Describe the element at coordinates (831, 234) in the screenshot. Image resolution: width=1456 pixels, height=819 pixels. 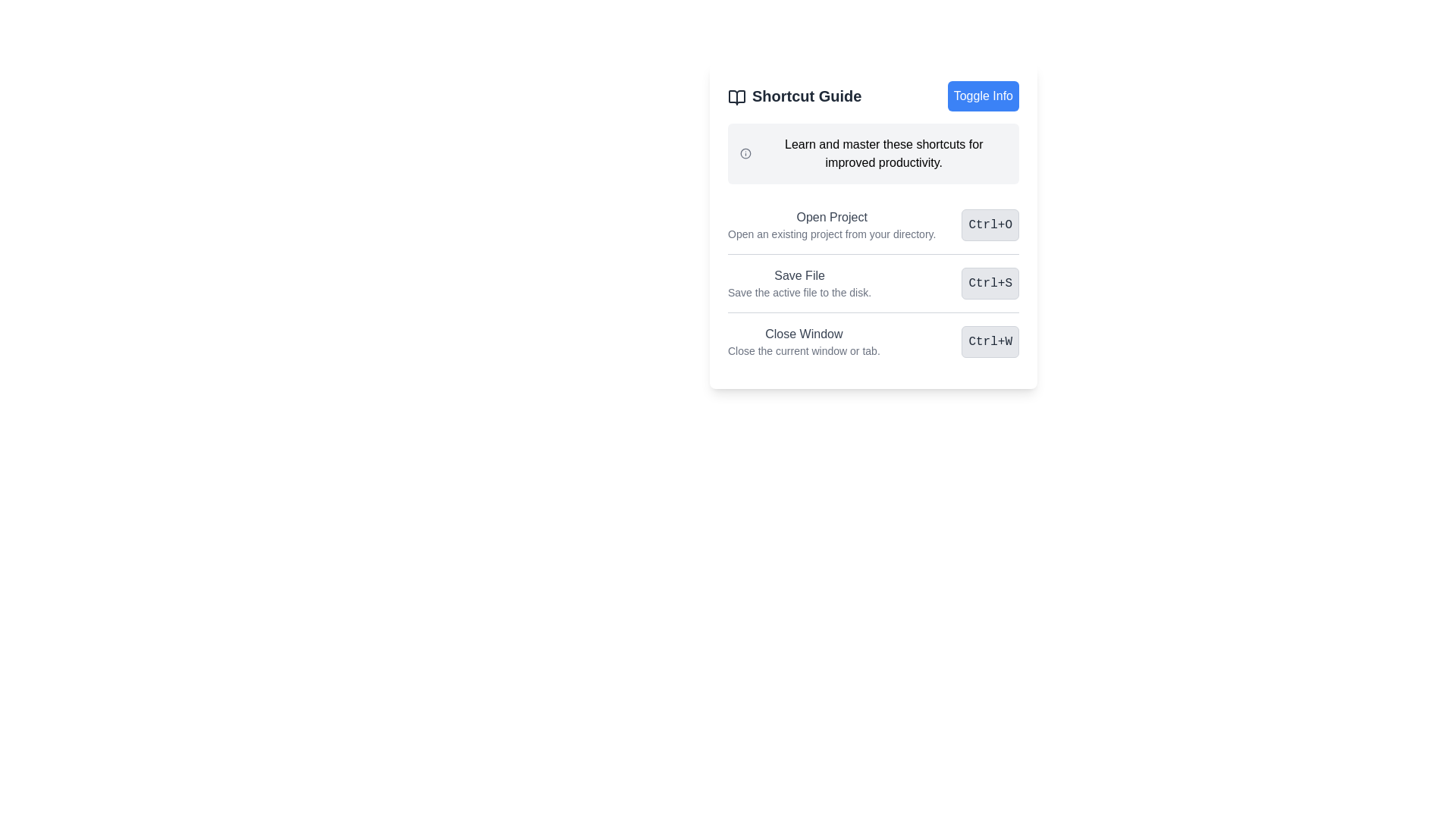
I see `the descriptive text labeled 'Open an existing project from your directory.' which is styled in gray and positioned directly below the 'Open Project' title` at that location.